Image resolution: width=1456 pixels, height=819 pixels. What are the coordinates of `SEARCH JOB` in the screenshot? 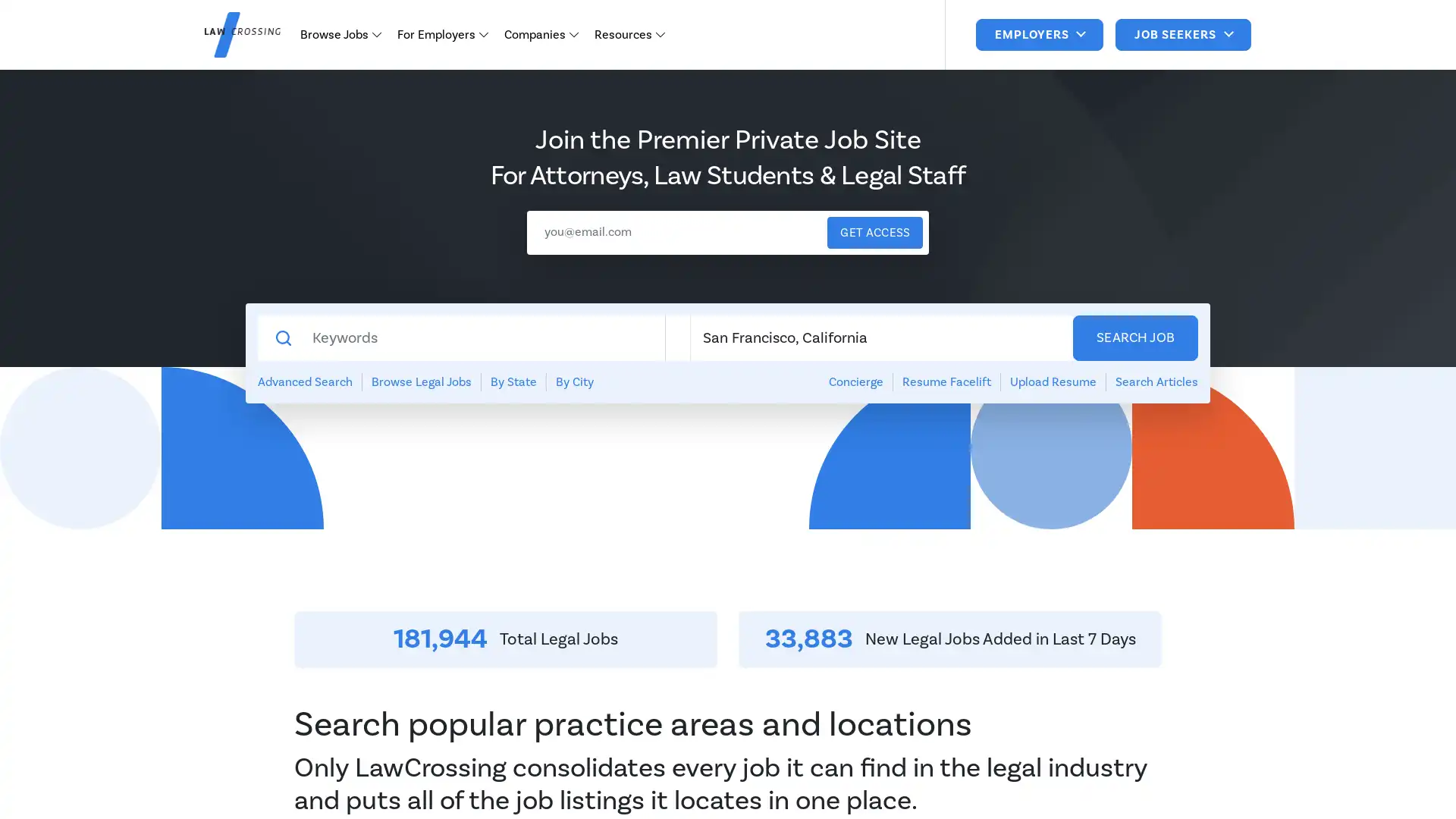 It's located at (1135, 337).